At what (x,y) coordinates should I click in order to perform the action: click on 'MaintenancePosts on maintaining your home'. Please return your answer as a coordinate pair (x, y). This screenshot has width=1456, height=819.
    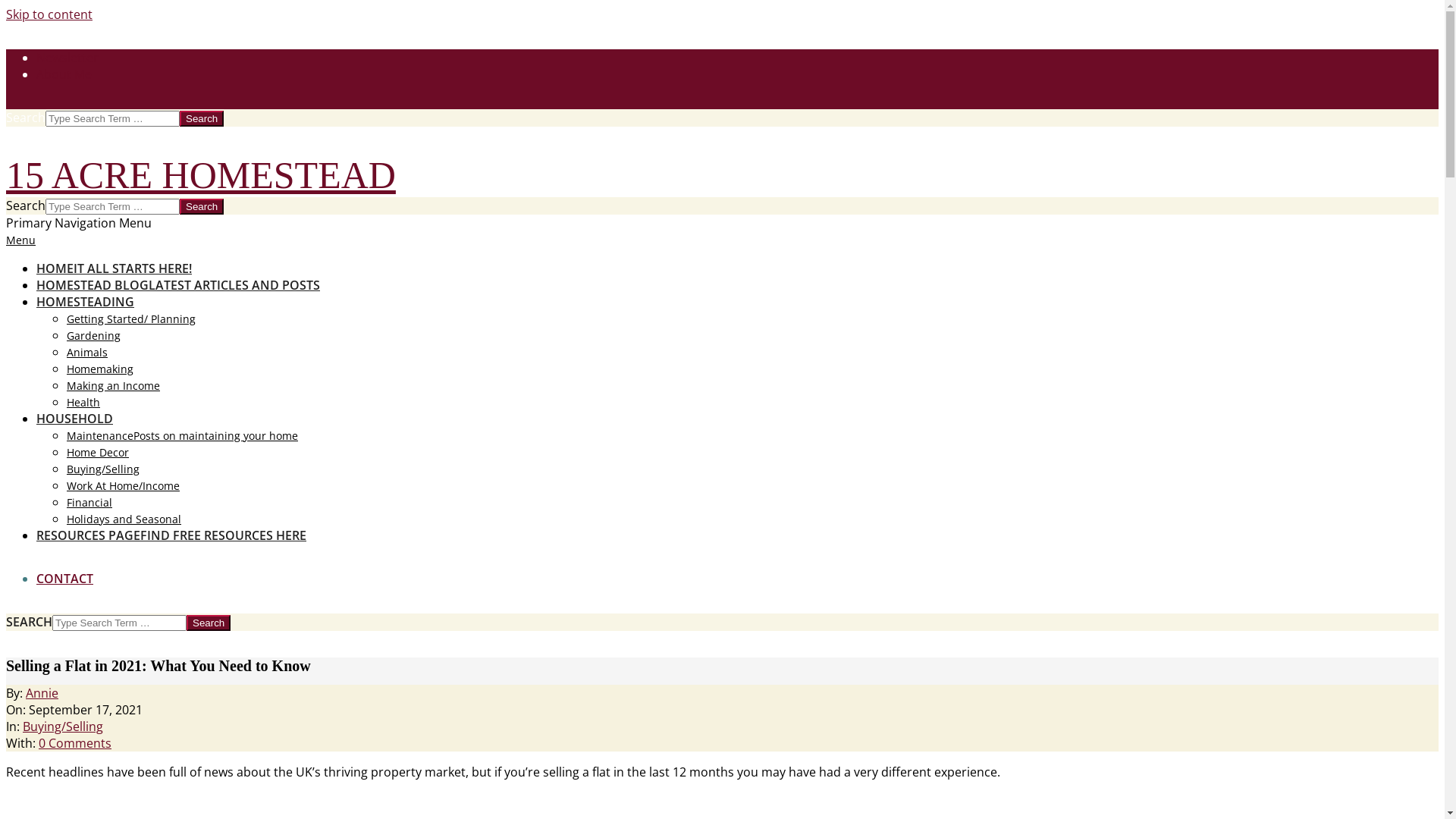
    Looking at the image, I should click on (182, 435).